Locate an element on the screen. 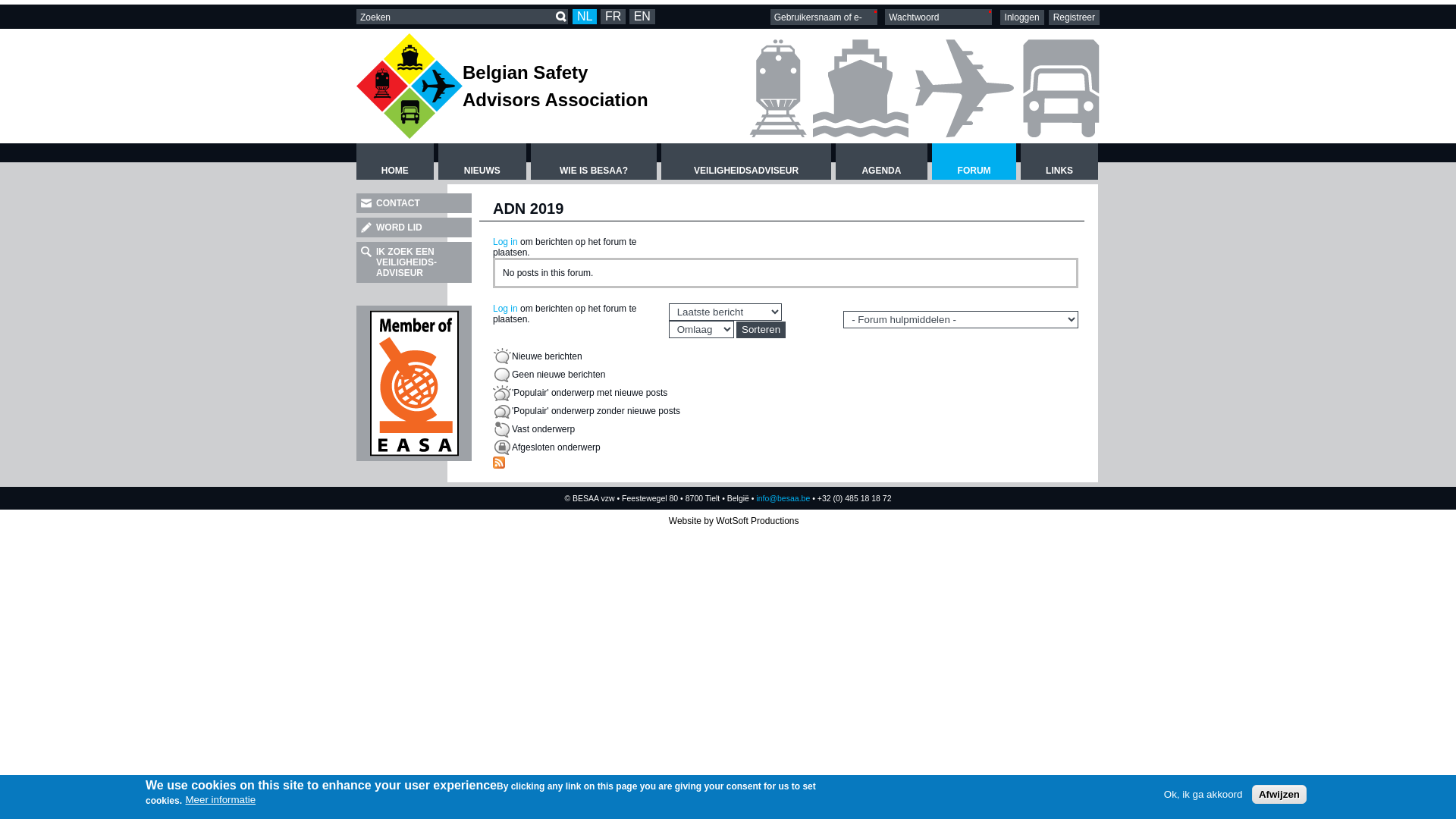 Image resolution: width=1456 pixels, height=819 pixels. 'VEILIGHEIDSADVISEUR' is located at coordinates (745, 161).